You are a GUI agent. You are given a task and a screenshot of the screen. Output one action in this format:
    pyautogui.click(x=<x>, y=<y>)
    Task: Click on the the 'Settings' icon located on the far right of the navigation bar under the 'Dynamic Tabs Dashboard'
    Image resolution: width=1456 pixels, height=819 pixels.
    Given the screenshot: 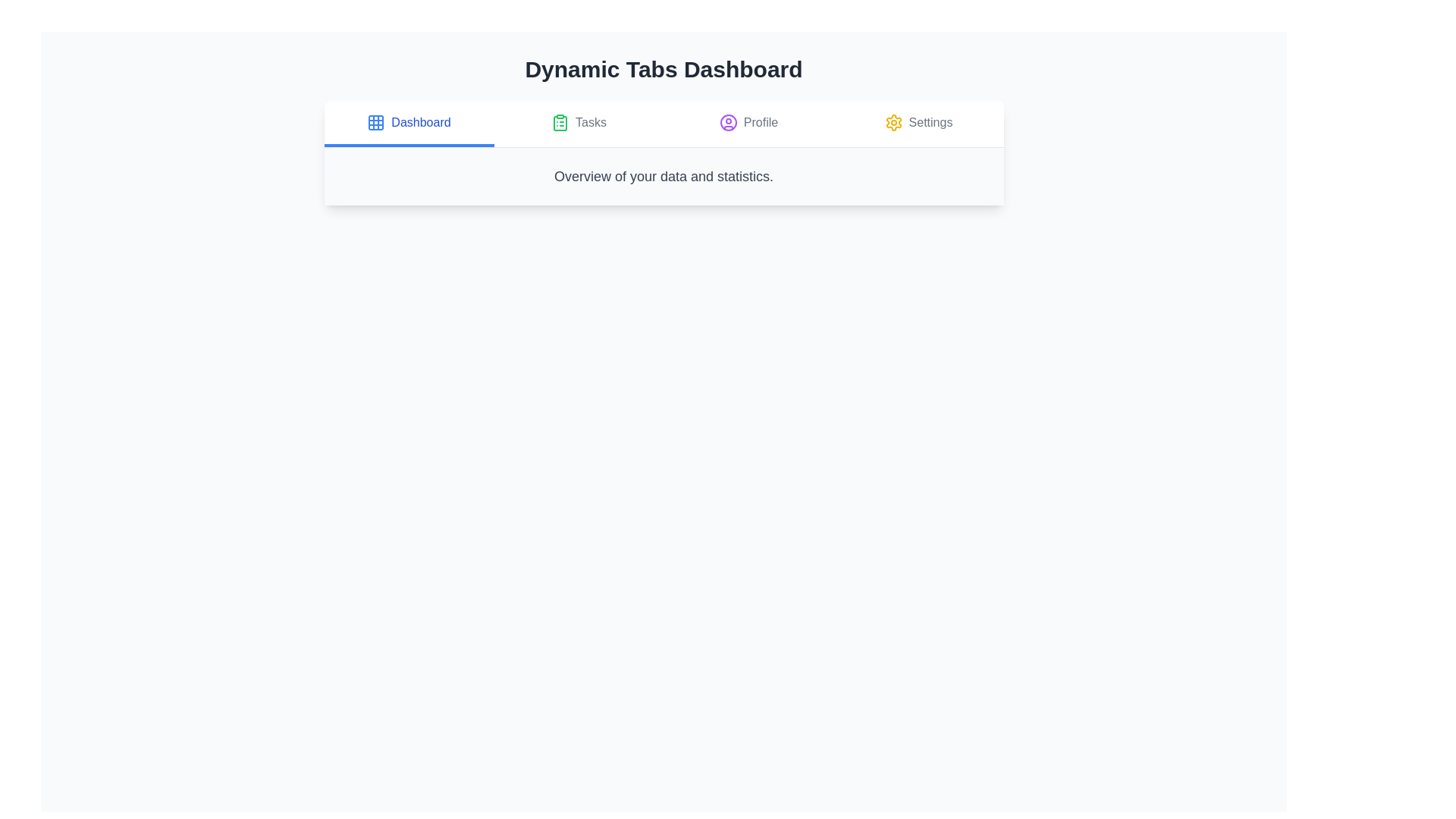 What is the action you would take?
    pyautogui.click(x=893, y=122)
    